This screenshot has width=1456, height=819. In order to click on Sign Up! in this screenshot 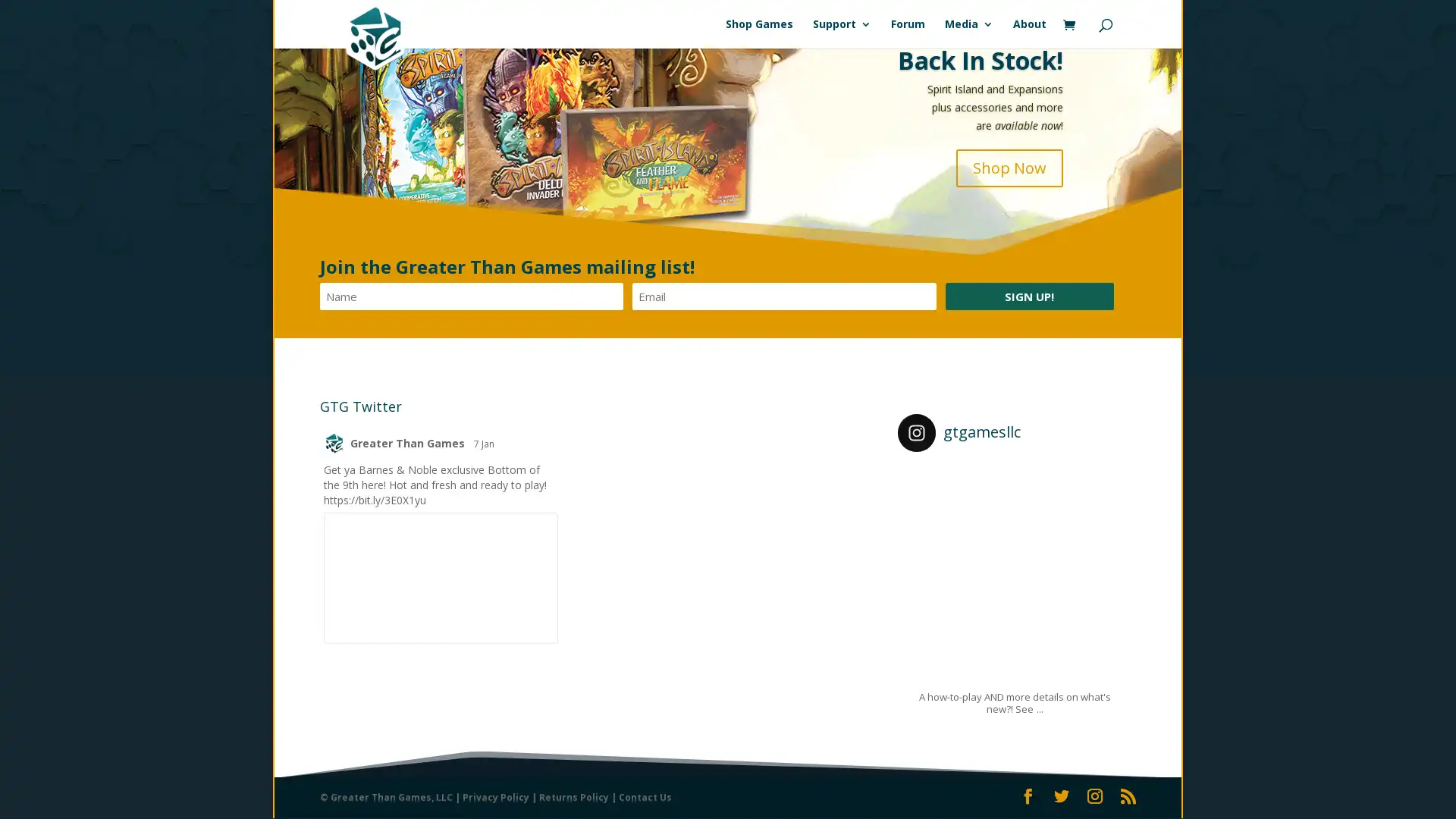, I will do `click(1029, 296)`.